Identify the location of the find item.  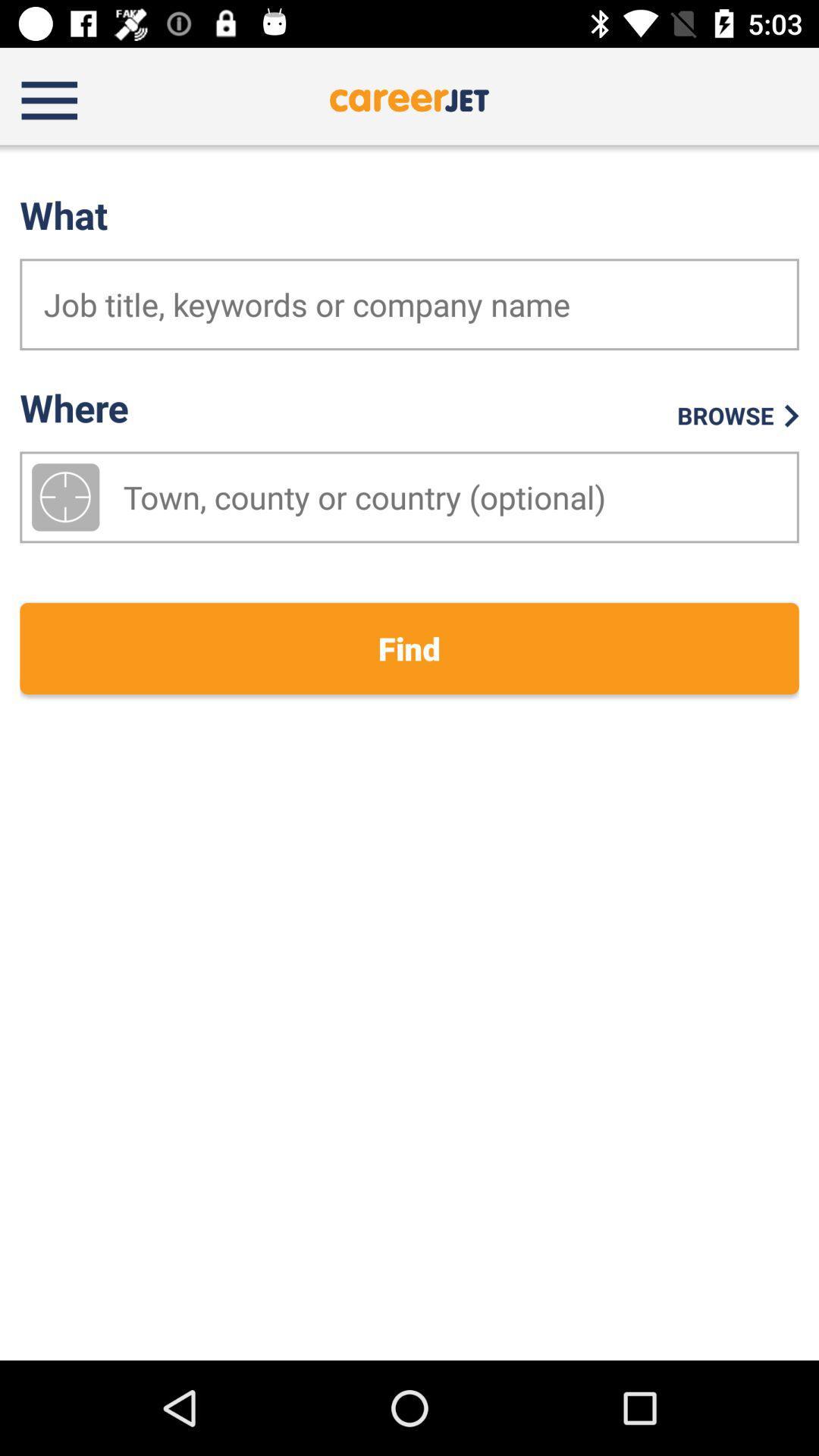
(409, 648).